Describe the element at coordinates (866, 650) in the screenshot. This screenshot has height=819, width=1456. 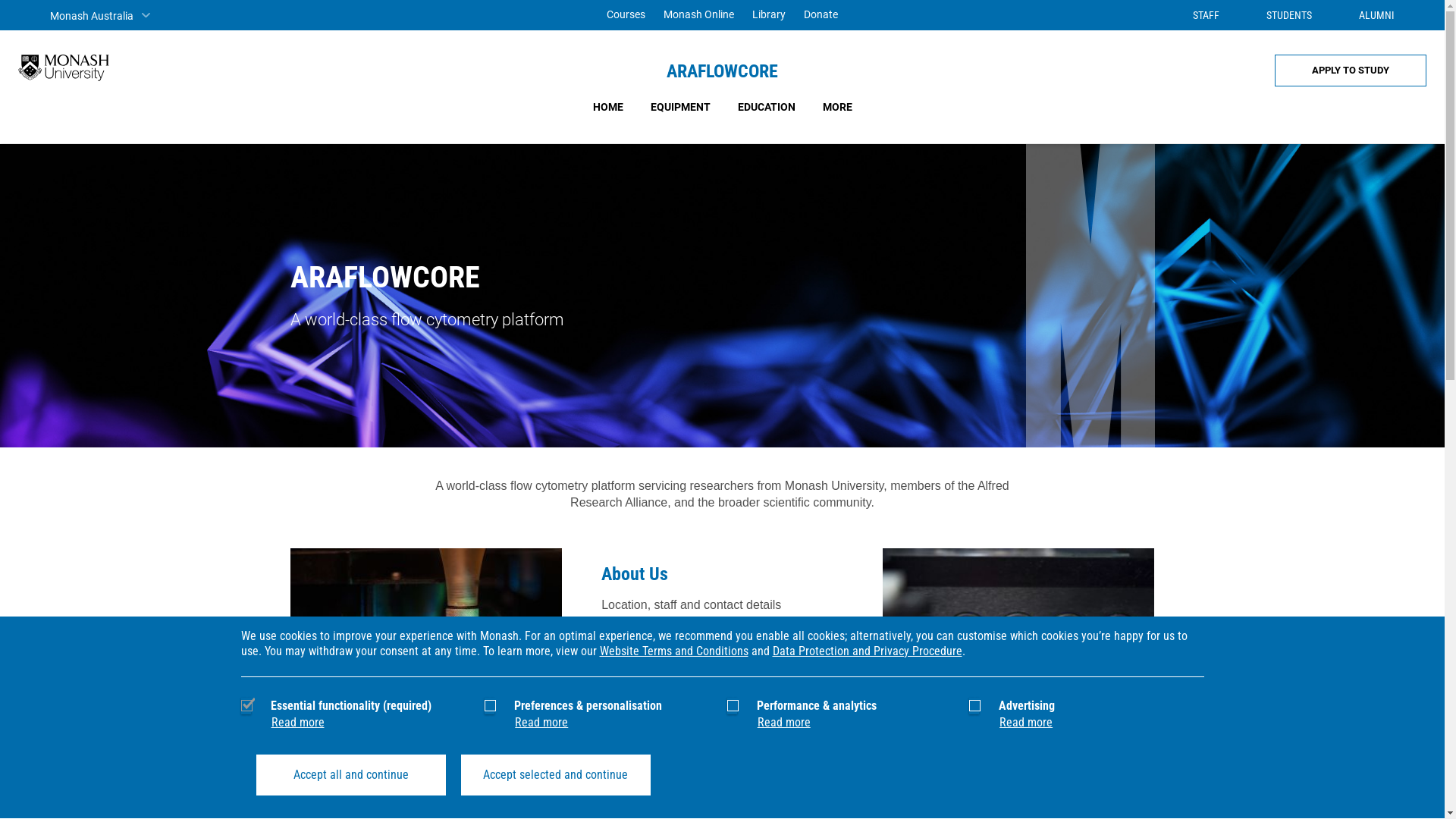
I see `'Data Protection and Privacy Procedure'` at that location.